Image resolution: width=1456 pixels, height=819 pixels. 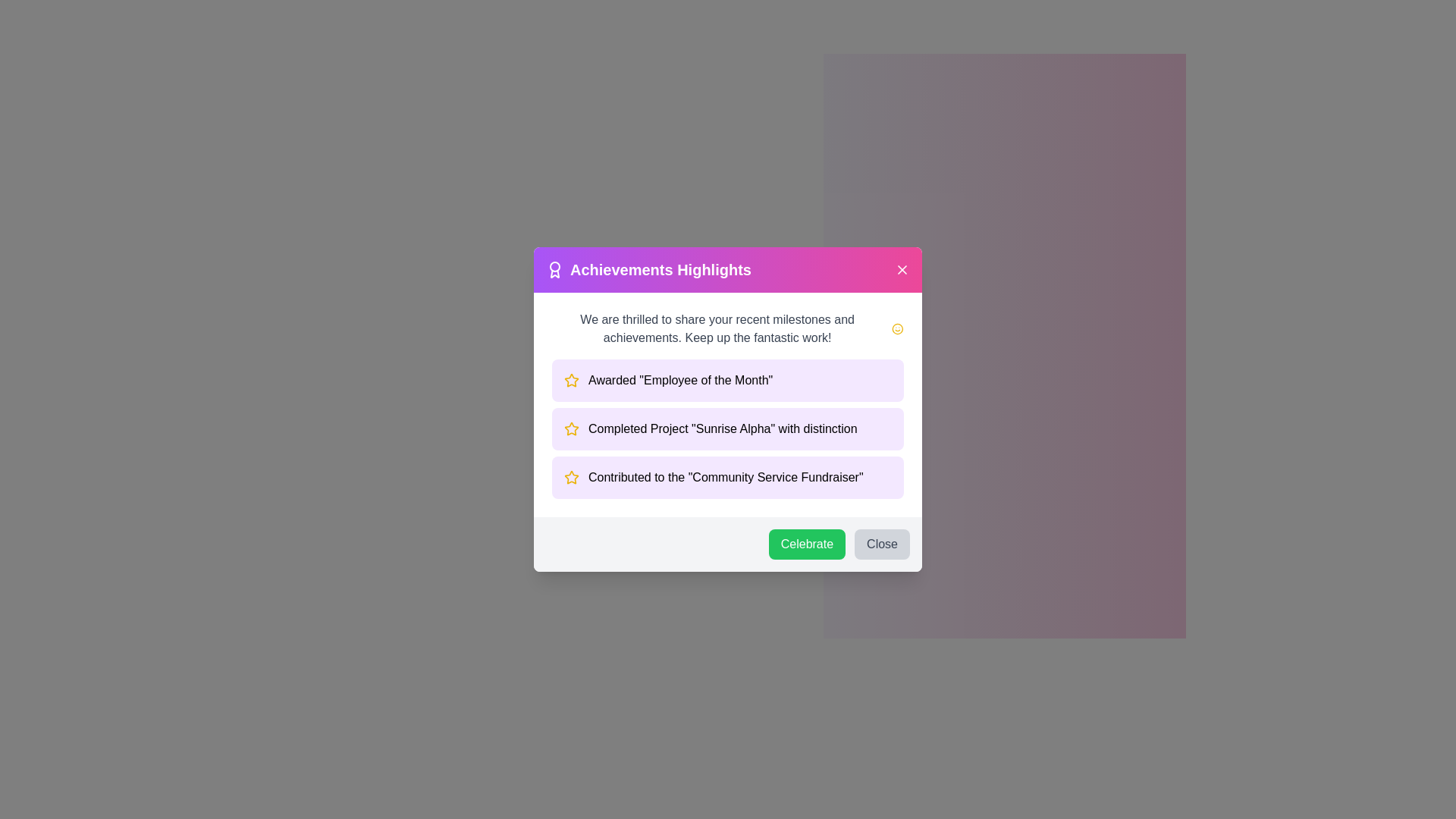 I want to click on the star icon with a yellow outline, located to the left of the text 'Completed Project "Sunrise Alpha" with distinction', so click(x=570, y=429).